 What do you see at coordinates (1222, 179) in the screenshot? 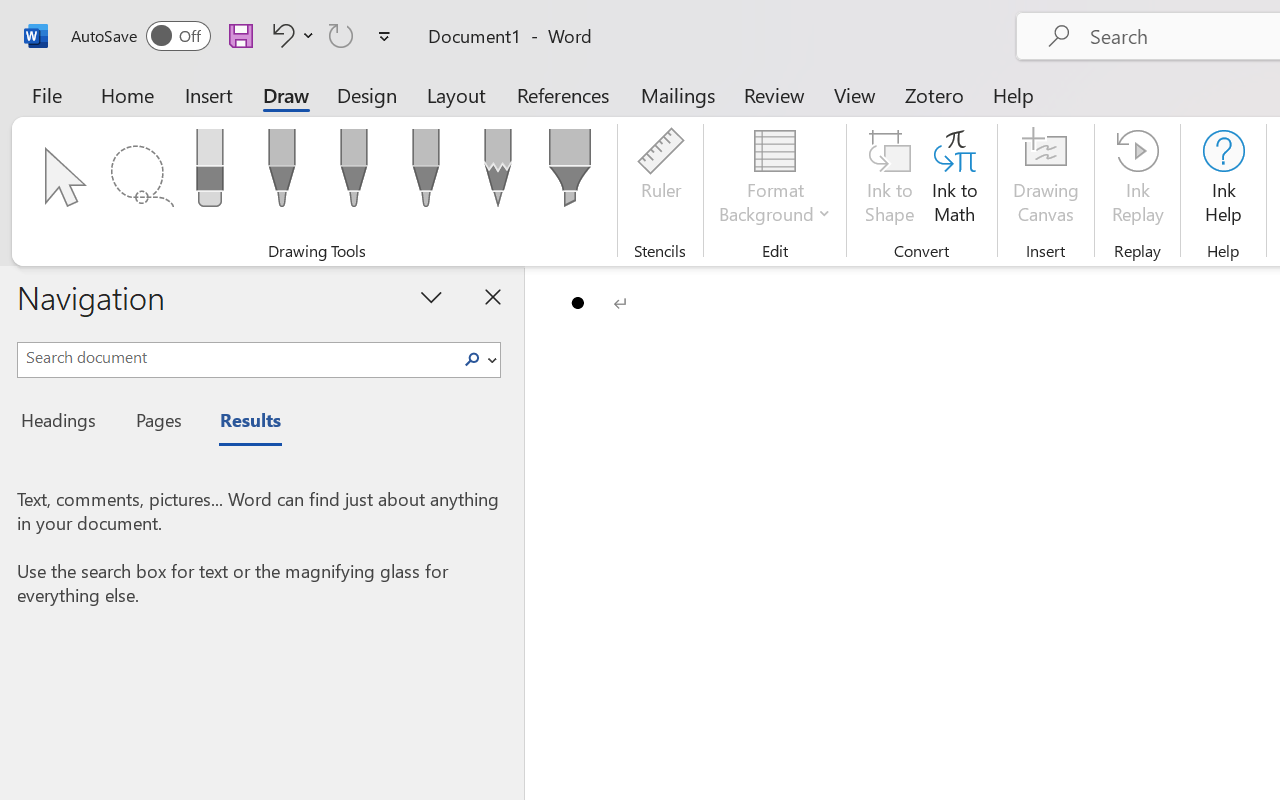
I see `'Ink Help'` at bounding box center [1222, 179].